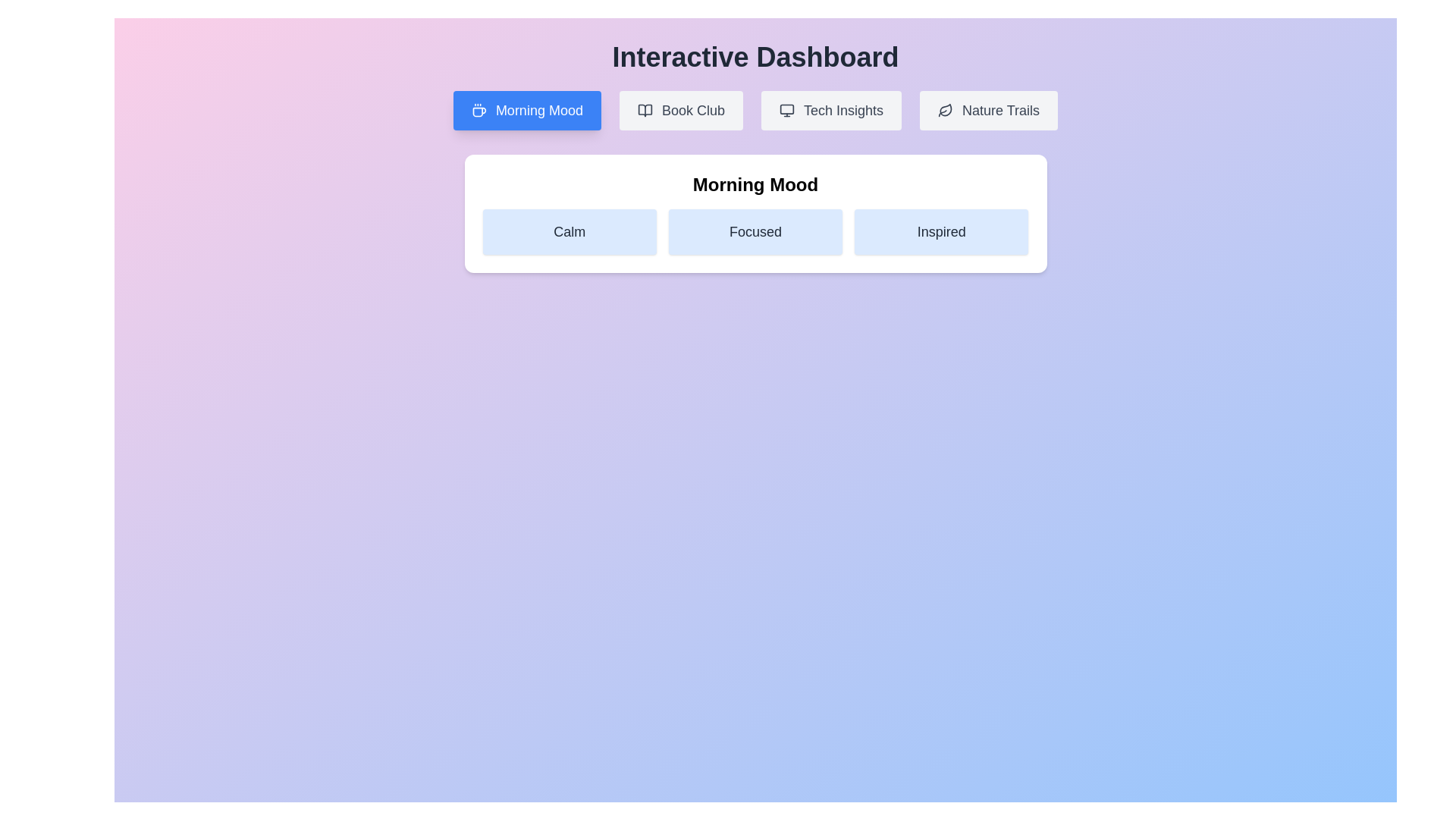 The width and height of the screenshot is (1456, 819). What do you see at coordinates (989, 110) in the screenshot?
I see `the 'Nature Trails' button in the Interactive Dashboard` at bounding box center [989, 110].